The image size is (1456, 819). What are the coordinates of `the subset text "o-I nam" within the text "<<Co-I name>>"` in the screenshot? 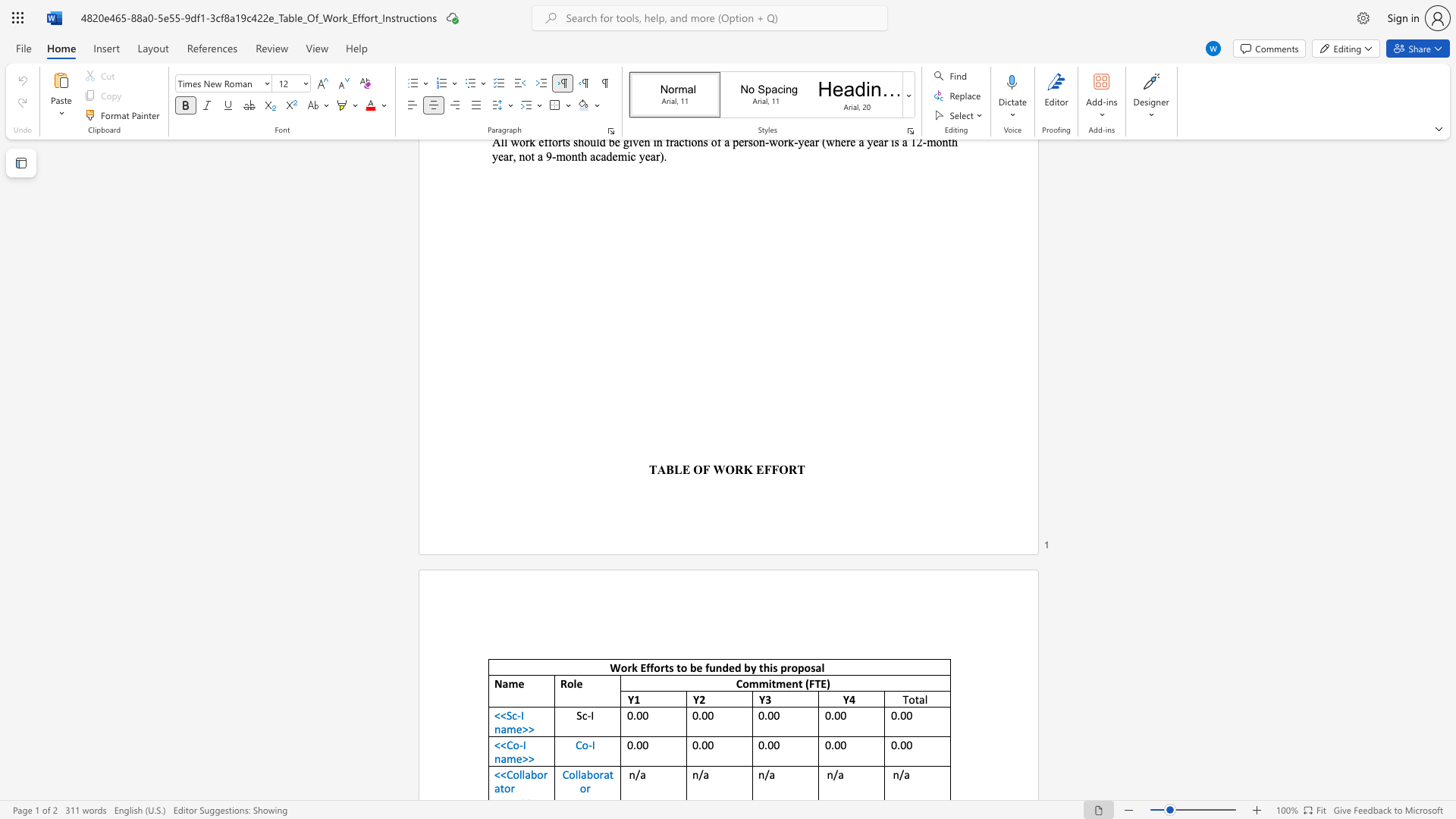 It's located at (513, 744).